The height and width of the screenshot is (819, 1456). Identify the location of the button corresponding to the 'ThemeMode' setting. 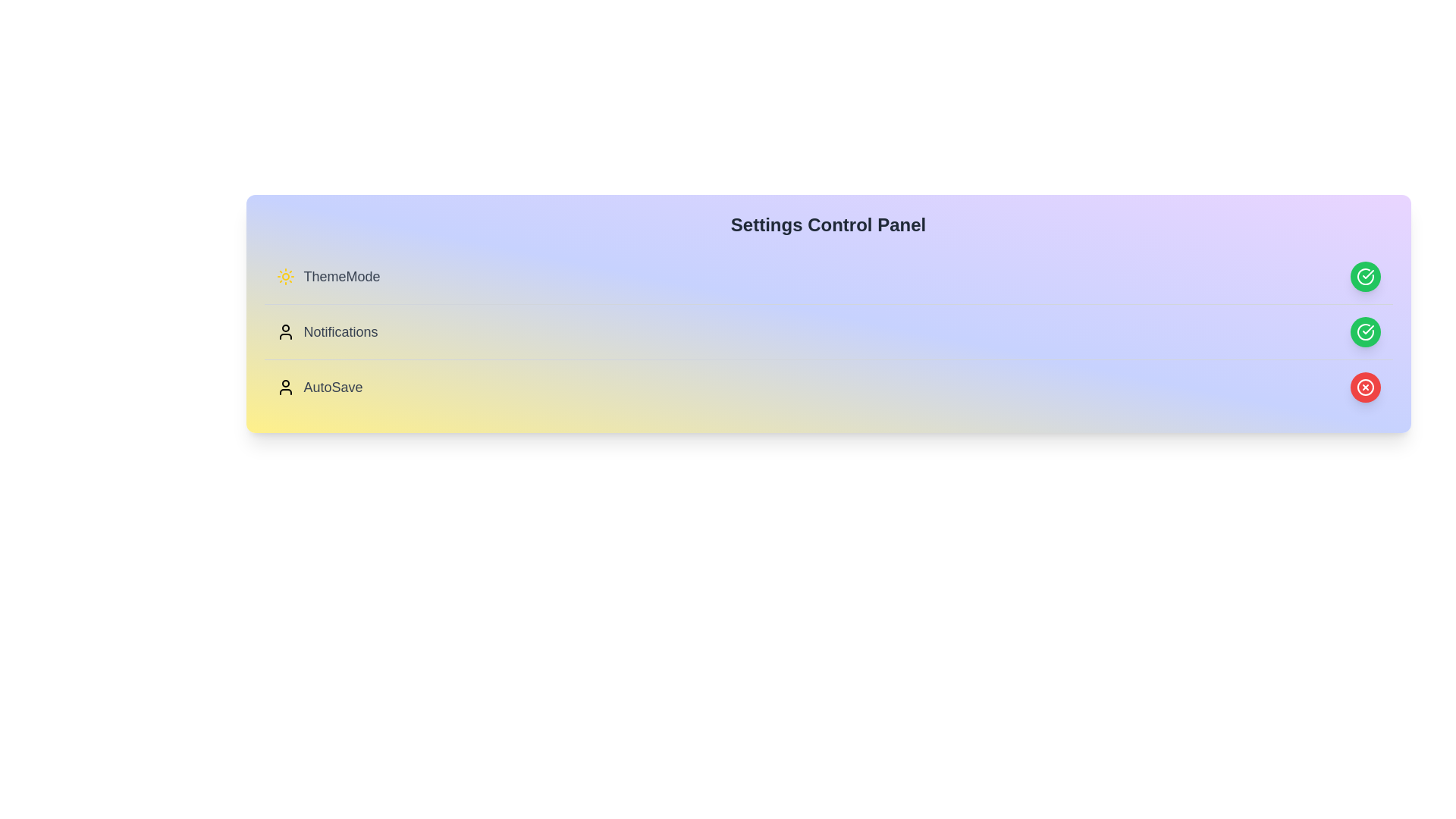
(1365, 277).